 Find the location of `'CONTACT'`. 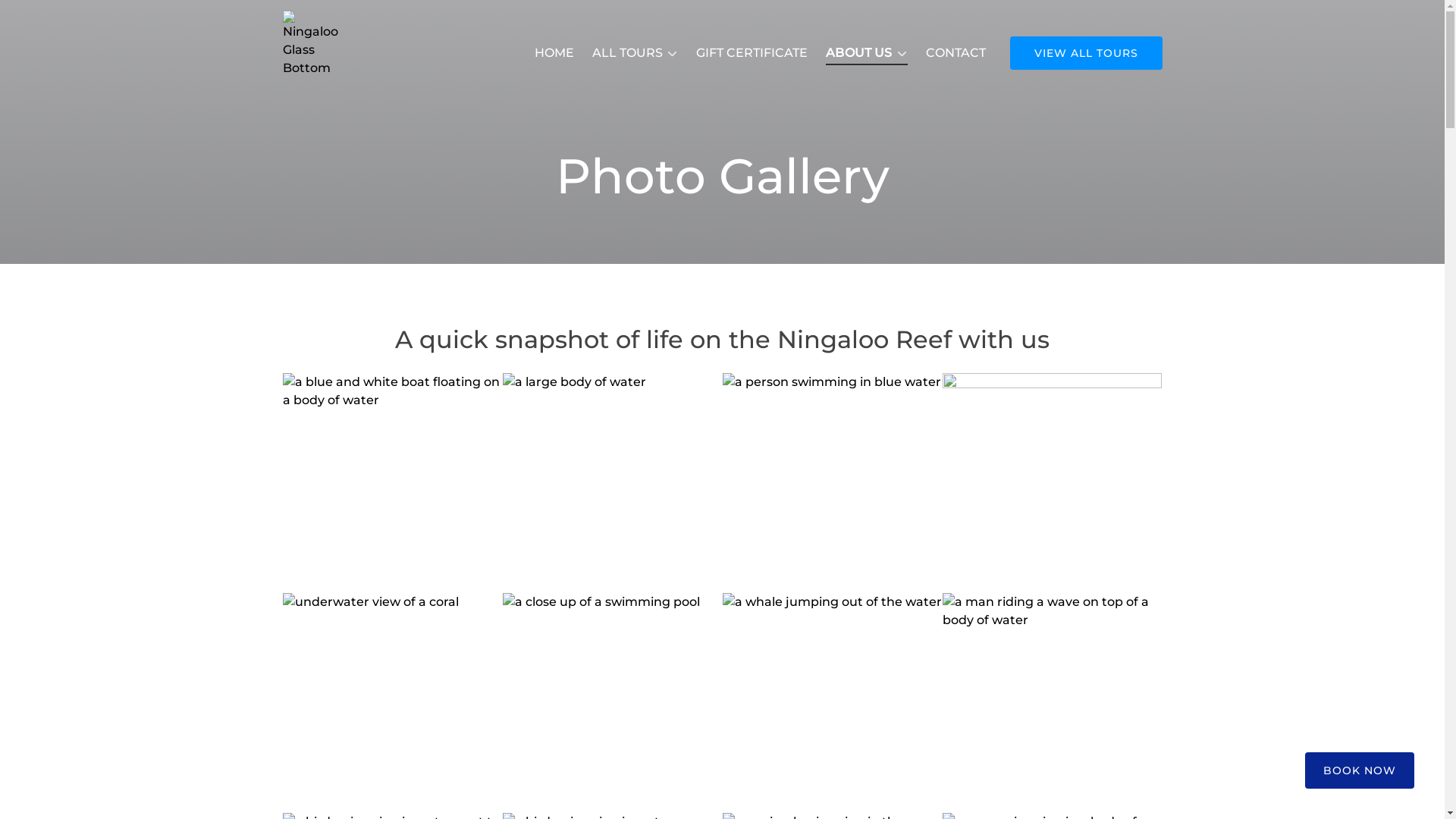

'CONTACT' is located at coordinates (915, 52).